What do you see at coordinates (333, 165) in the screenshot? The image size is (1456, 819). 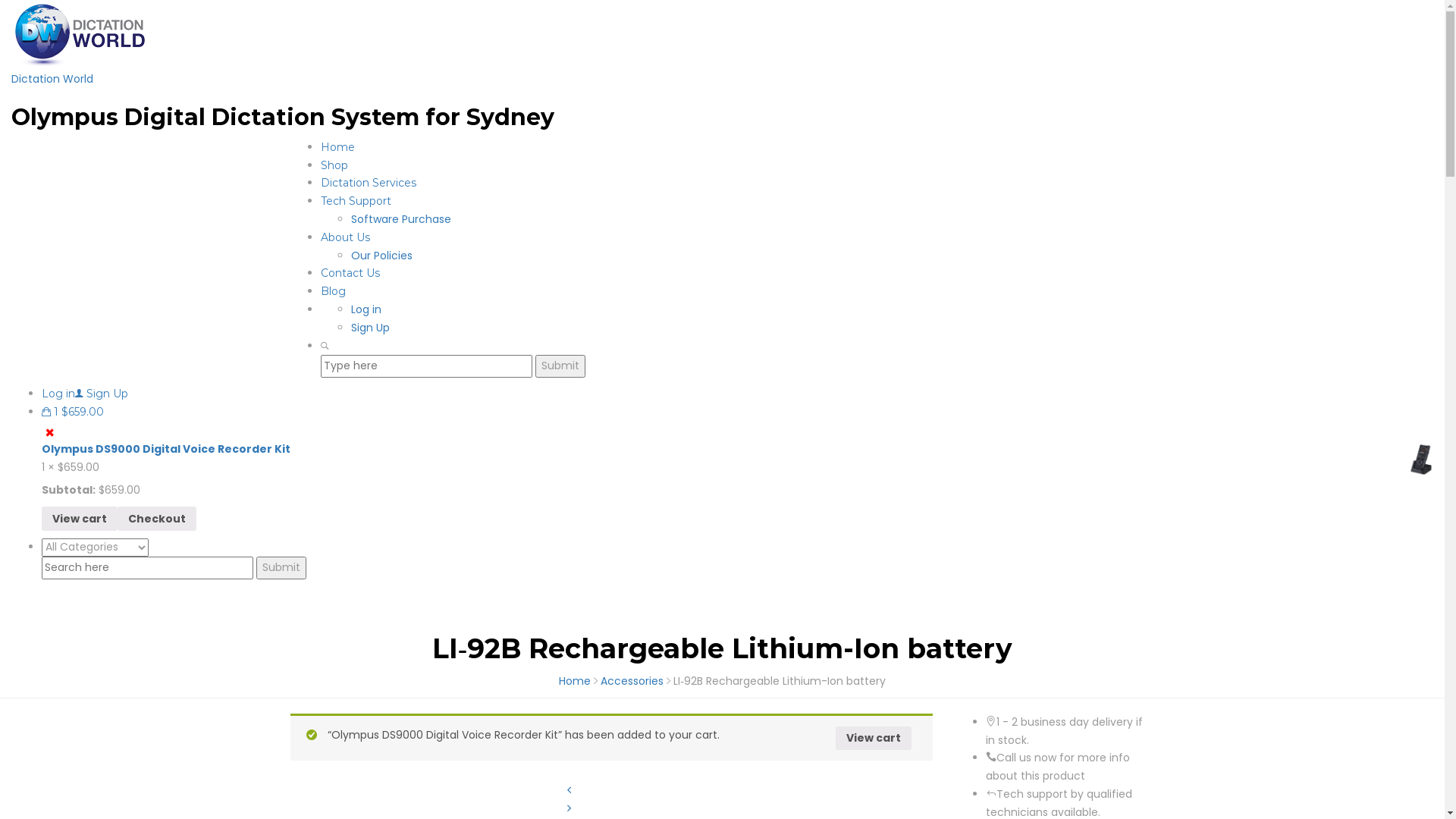 I see `'Shop'` at bounding box center [333, 165].